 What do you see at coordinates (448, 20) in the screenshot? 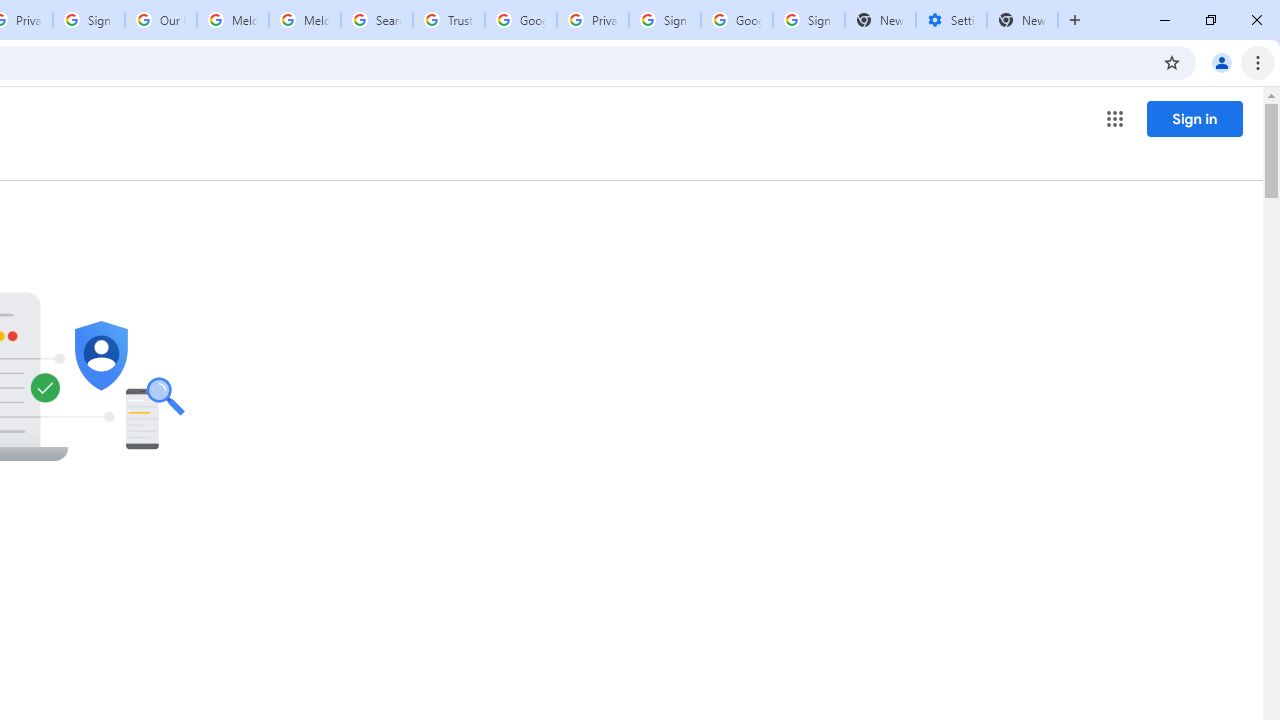
I see `'Trusted Information and Content - Google Safety Center'` at bounding box center [448, 20].